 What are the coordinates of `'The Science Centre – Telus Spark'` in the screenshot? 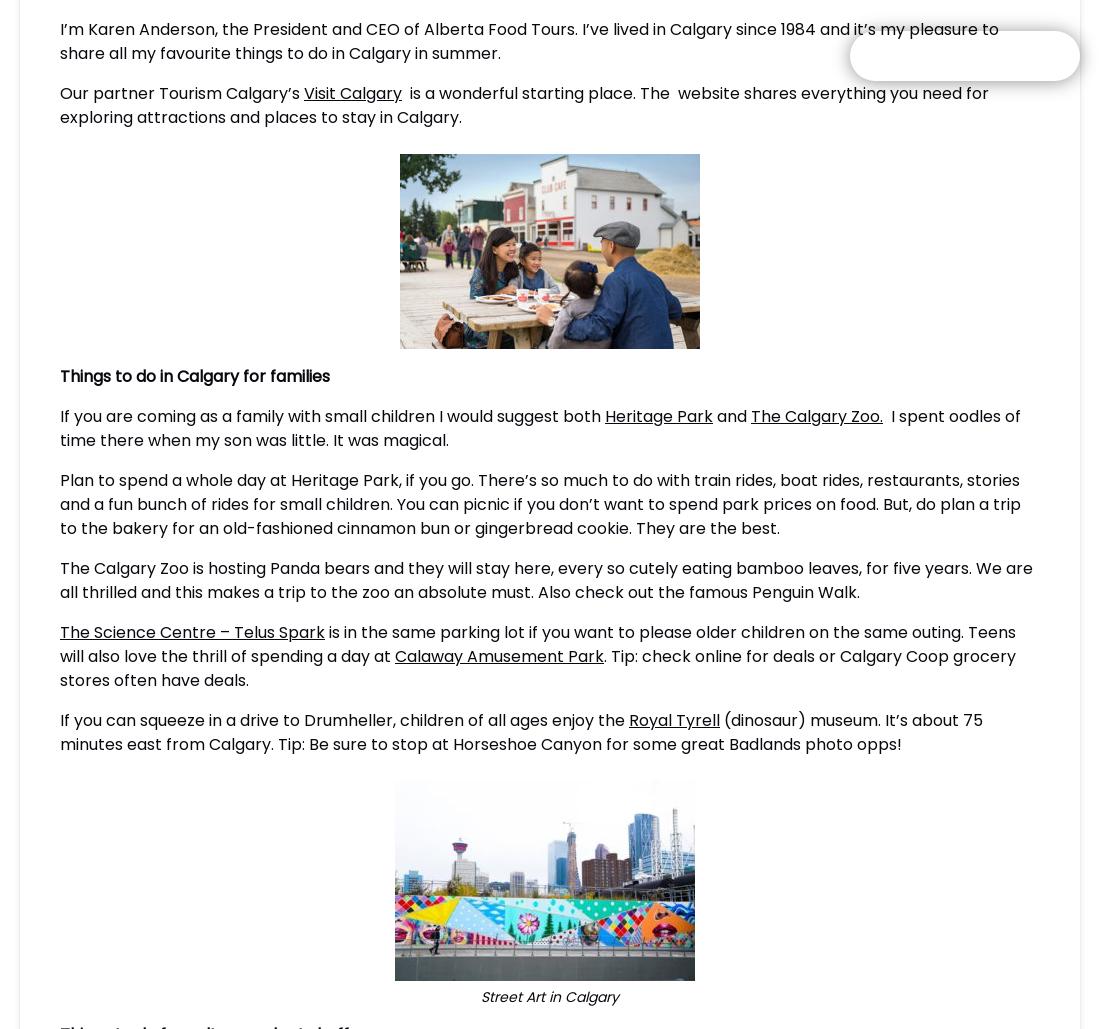 It's located at (191, 632).